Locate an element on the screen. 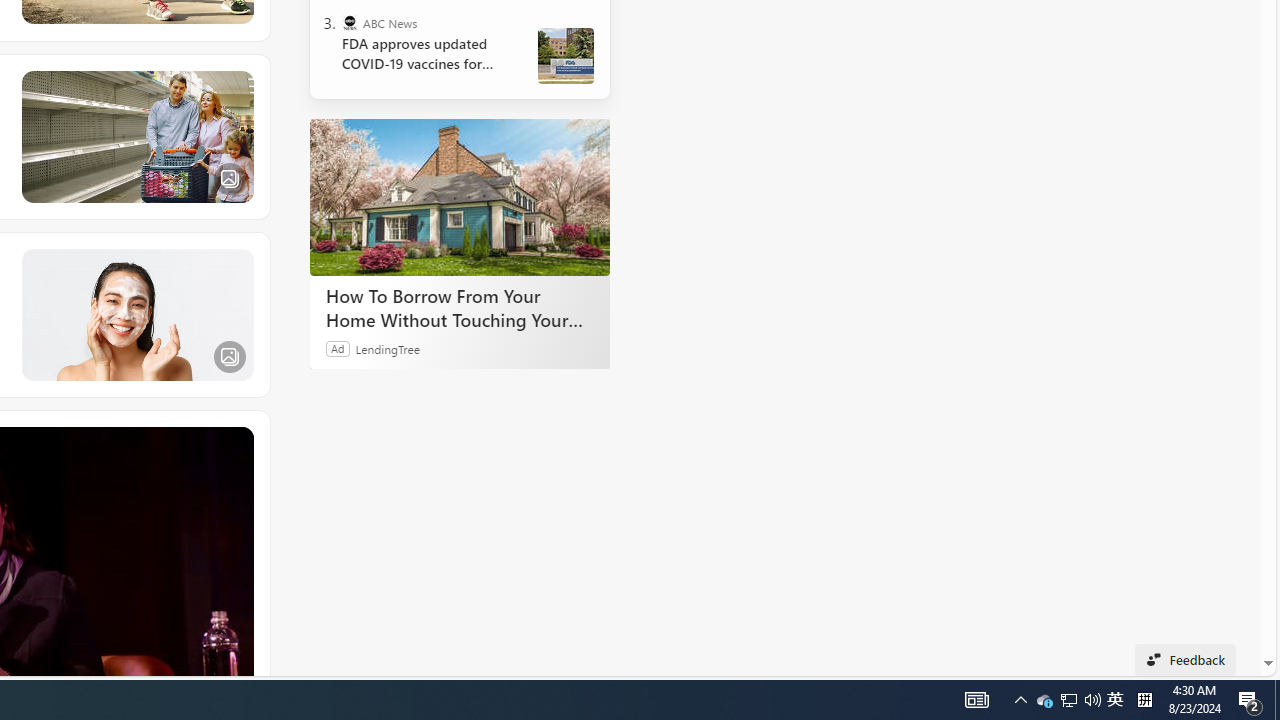 The image size is (1280, 720). 'ABC News' is located at coordinates (350, 23).